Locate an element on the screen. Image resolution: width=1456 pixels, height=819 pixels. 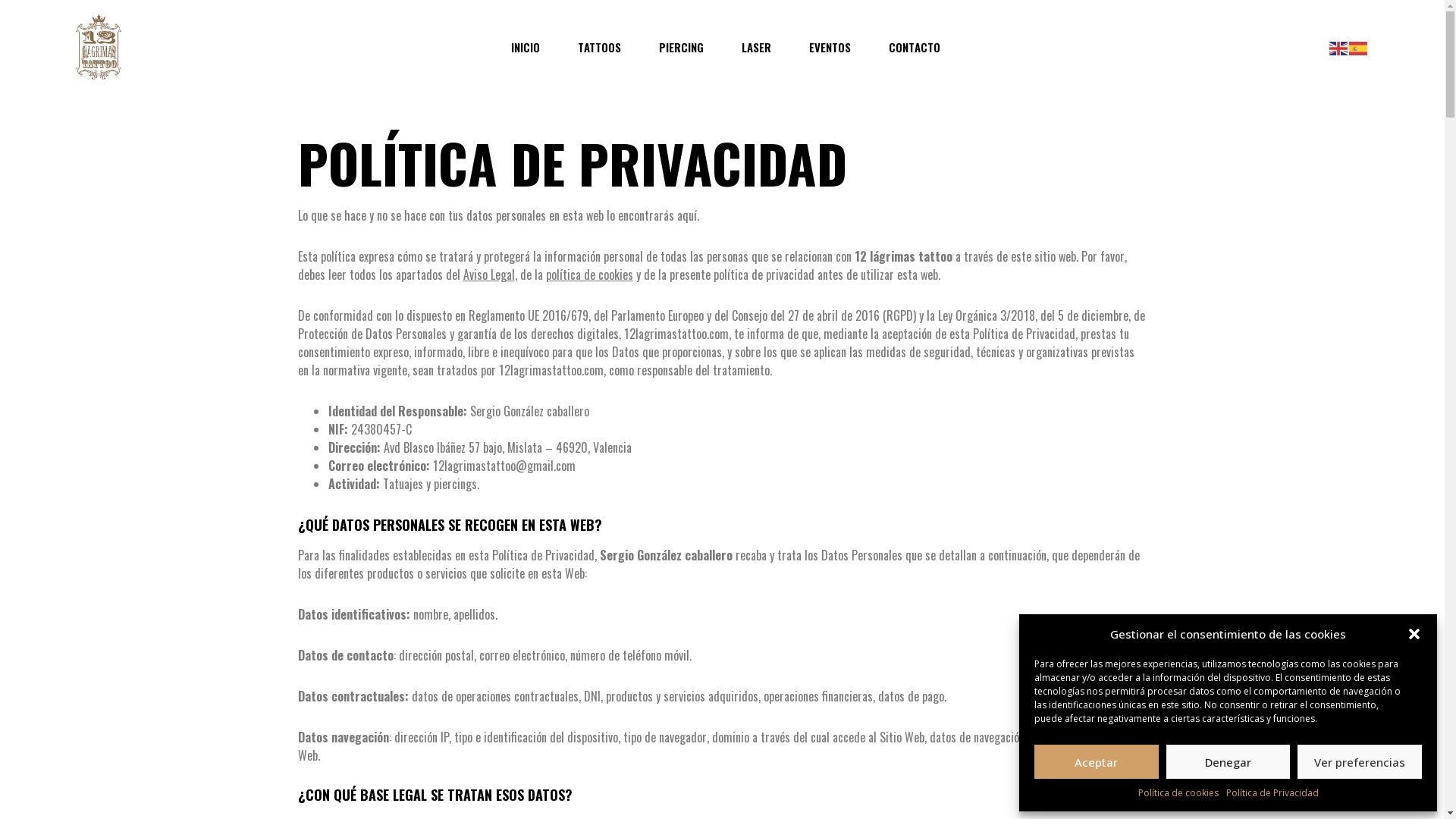
'CONTACTO' is located at coordinates (913, 45).